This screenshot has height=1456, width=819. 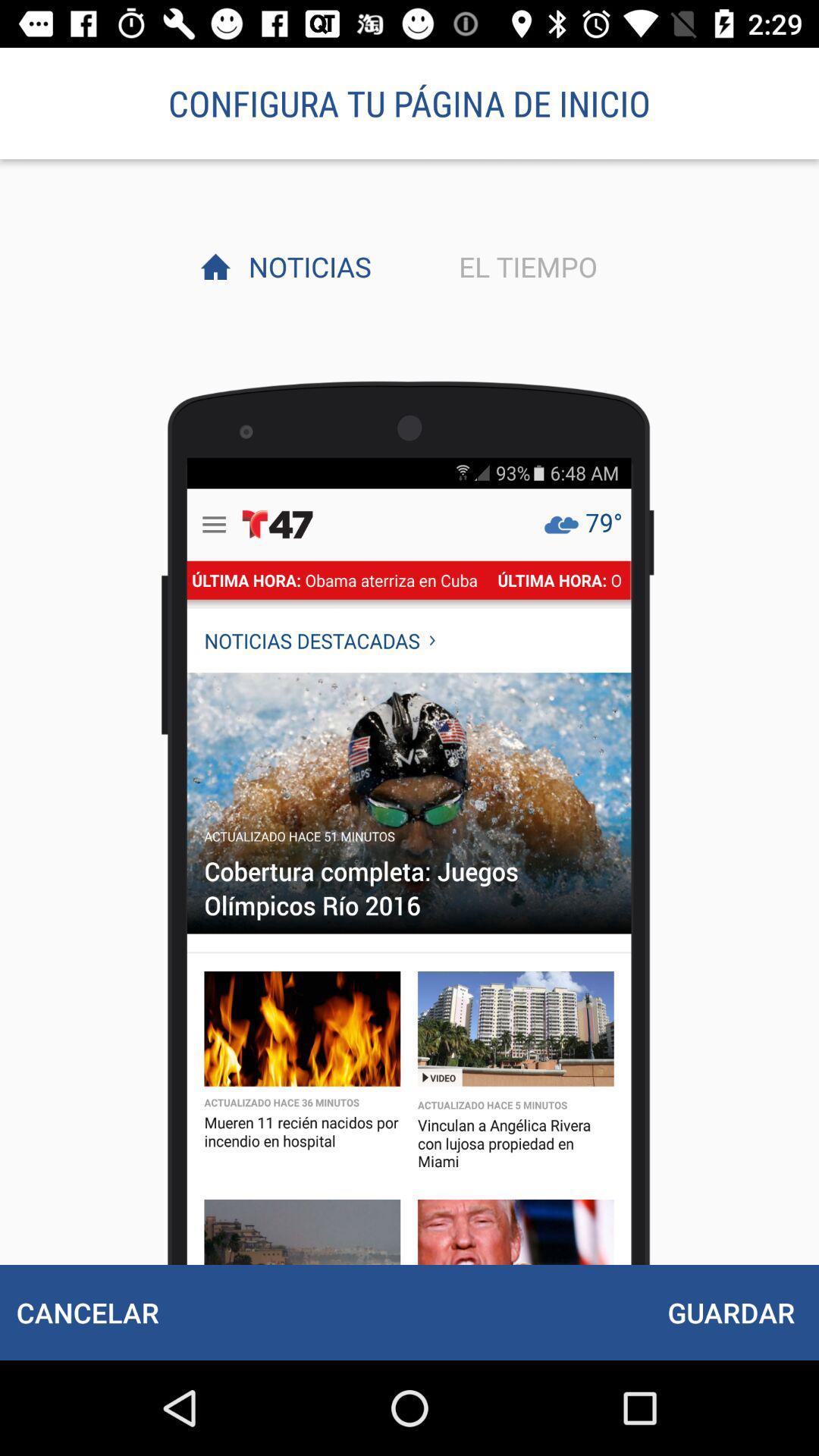 What do you see at coordinates (523, 266) in the screenshot?
I see `the icon to the right of the noticias item` at bounding box center [523, 266].